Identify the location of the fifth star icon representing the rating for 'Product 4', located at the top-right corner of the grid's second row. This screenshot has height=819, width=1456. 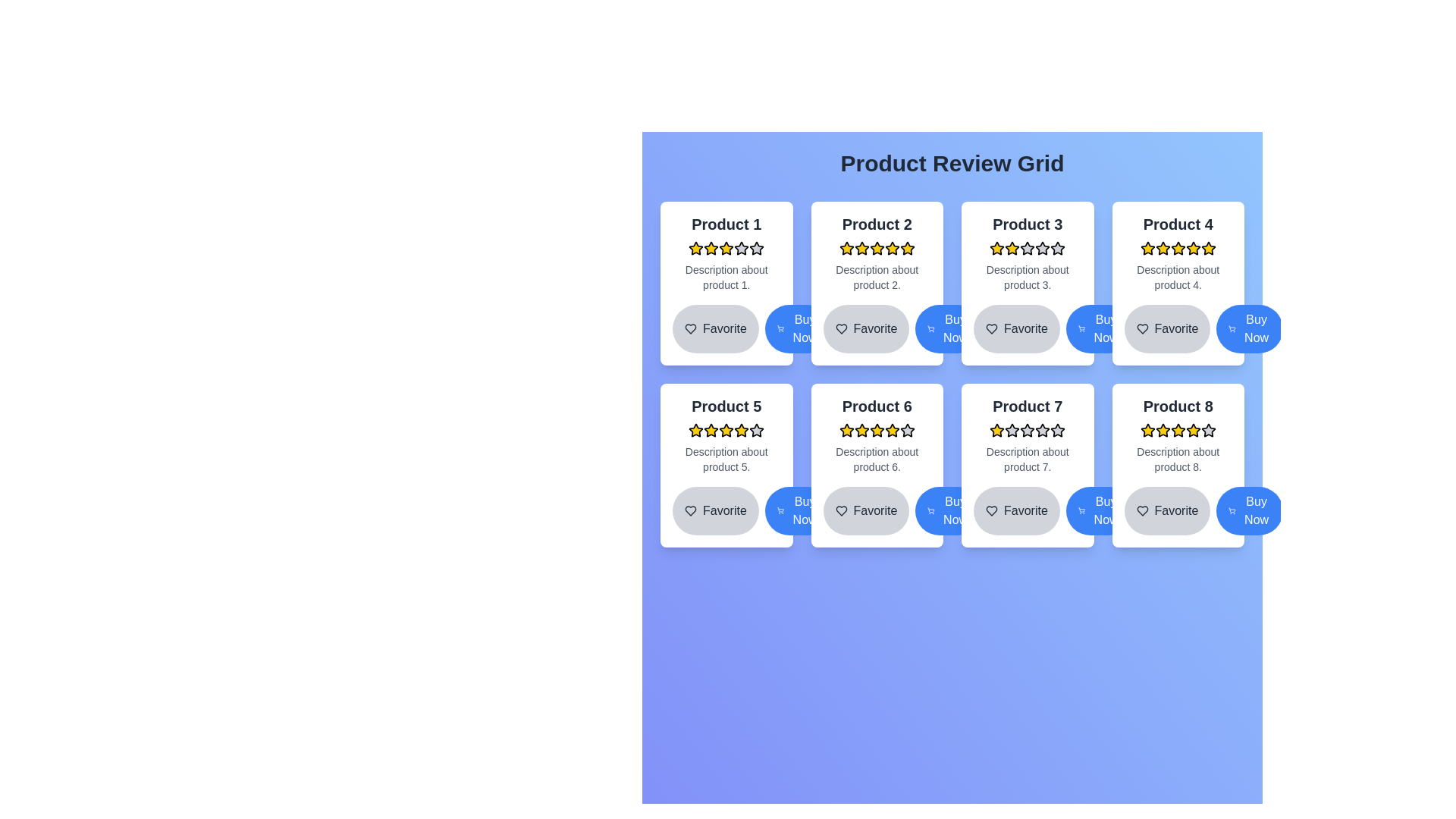
(1207, 247).